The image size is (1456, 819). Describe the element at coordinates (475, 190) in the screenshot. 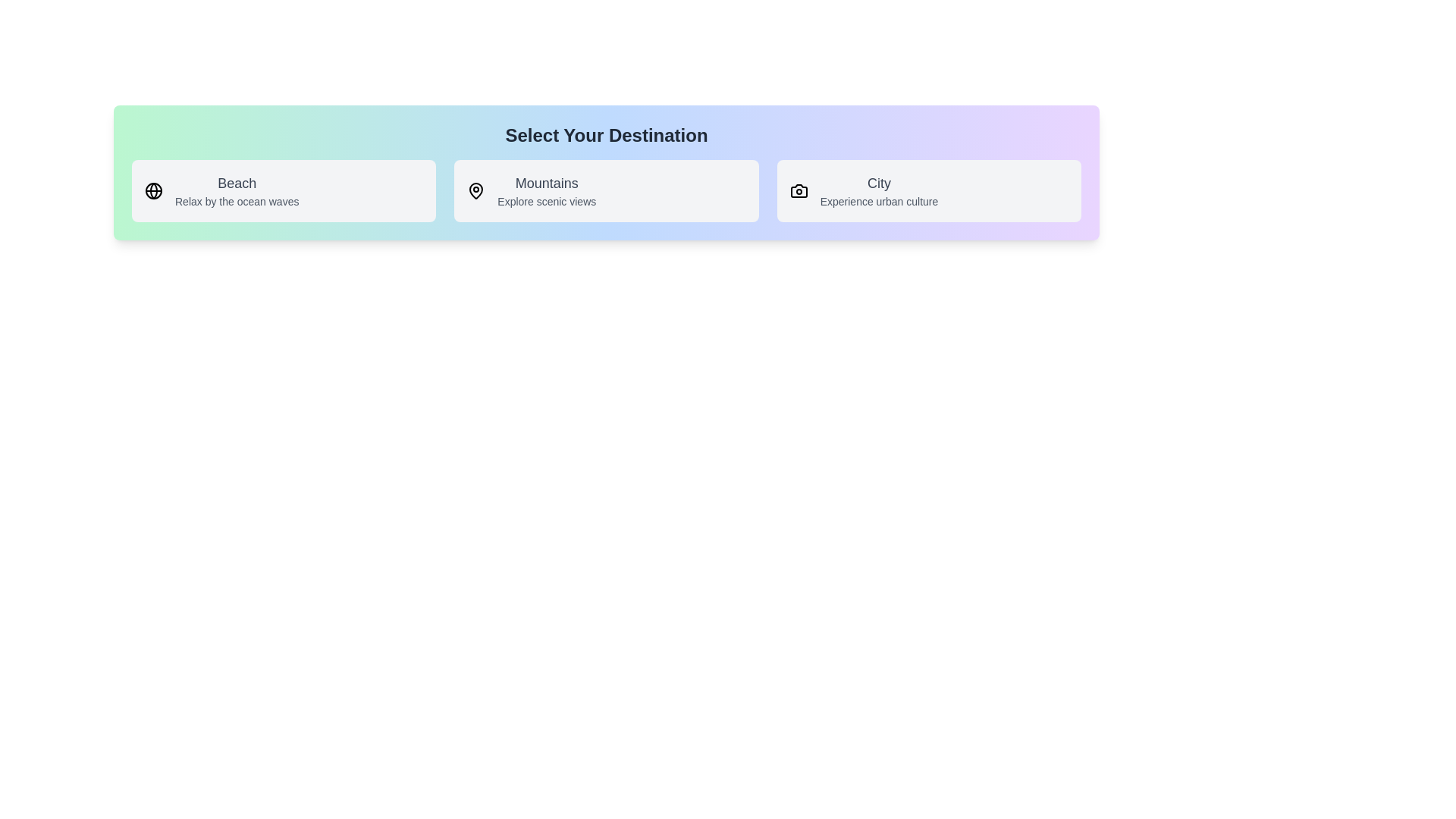

I see `the small, stylized pin or marker icon located within the 'Mountains' card option, above the text 'Explore scenic views.'` at that location.